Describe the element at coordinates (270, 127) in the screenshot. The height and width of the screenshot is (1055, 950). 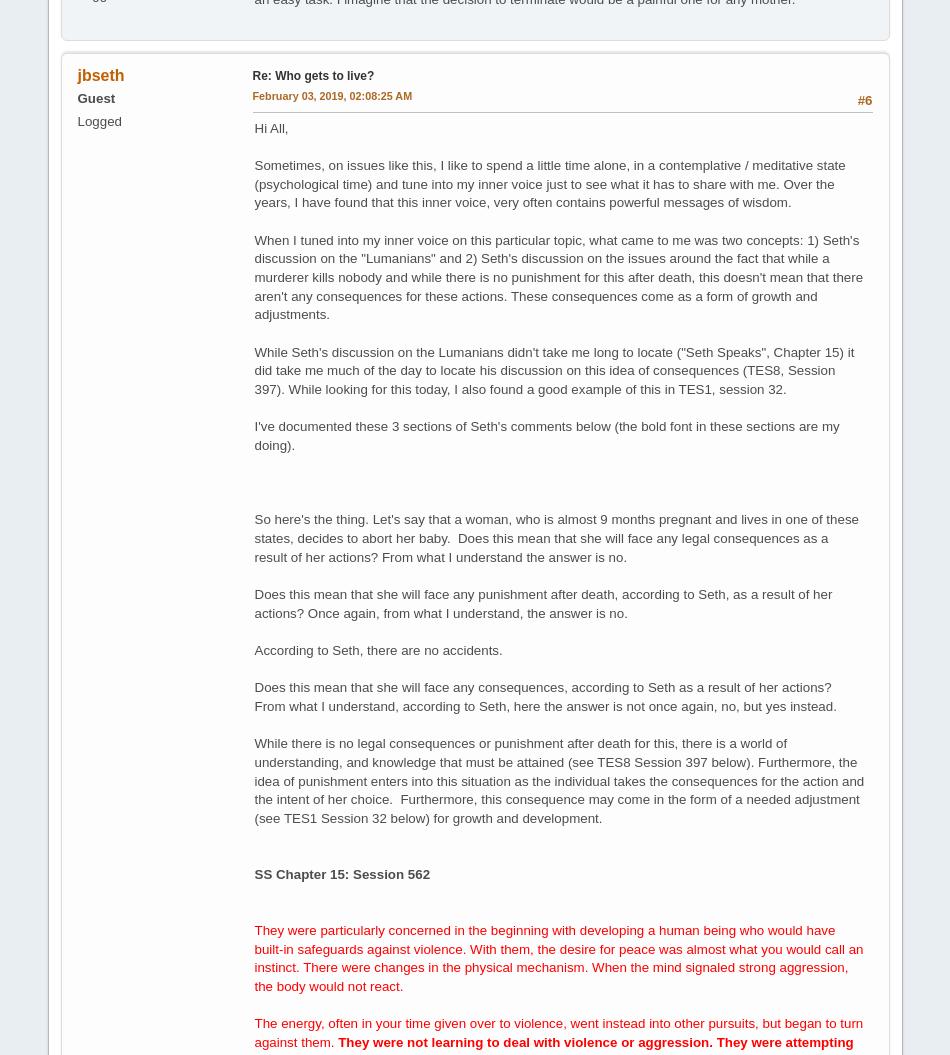
I see `'Hi All,'` at that location.